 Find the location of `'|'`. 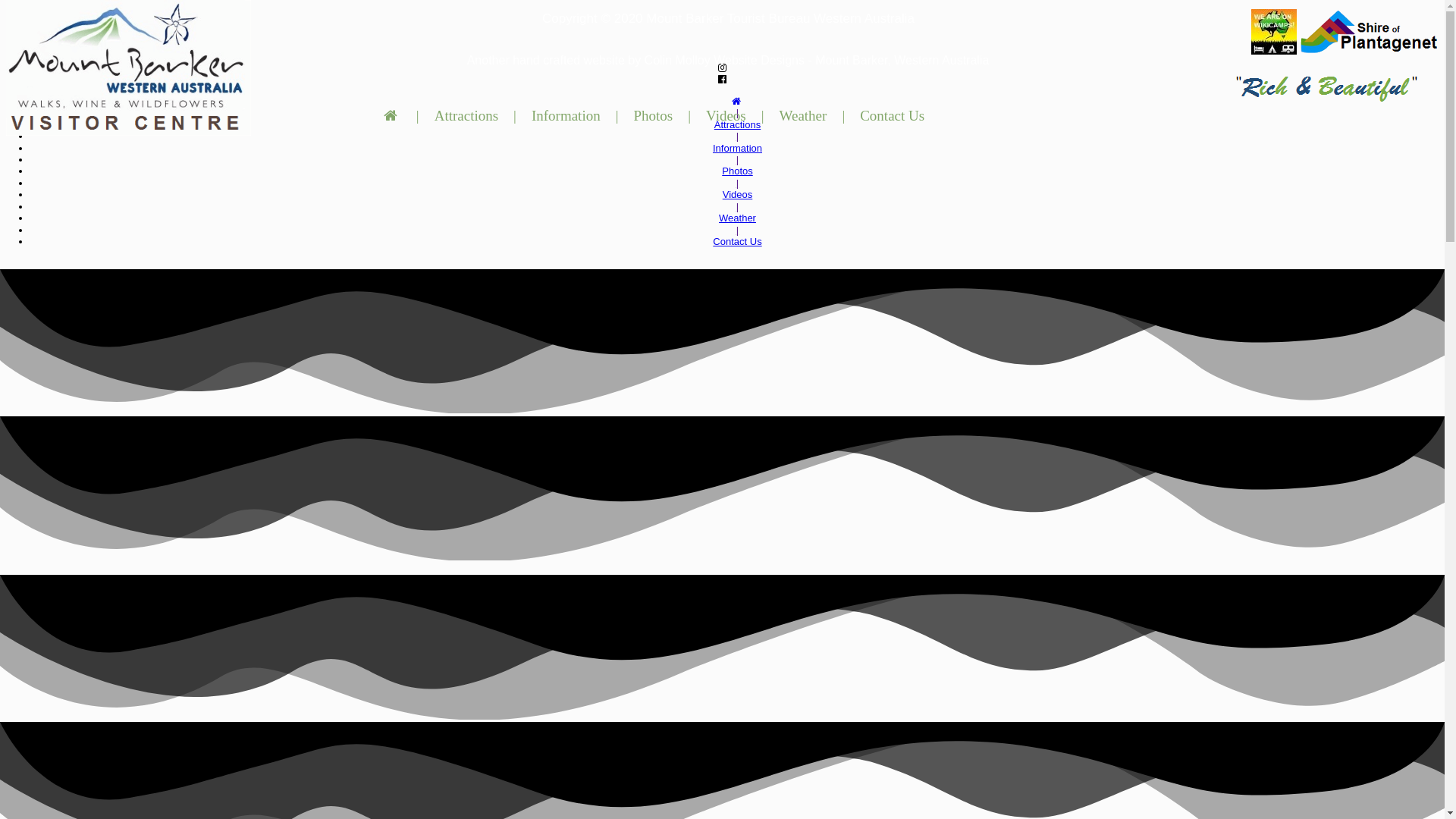

'|' is located at coordinates (763, 115).